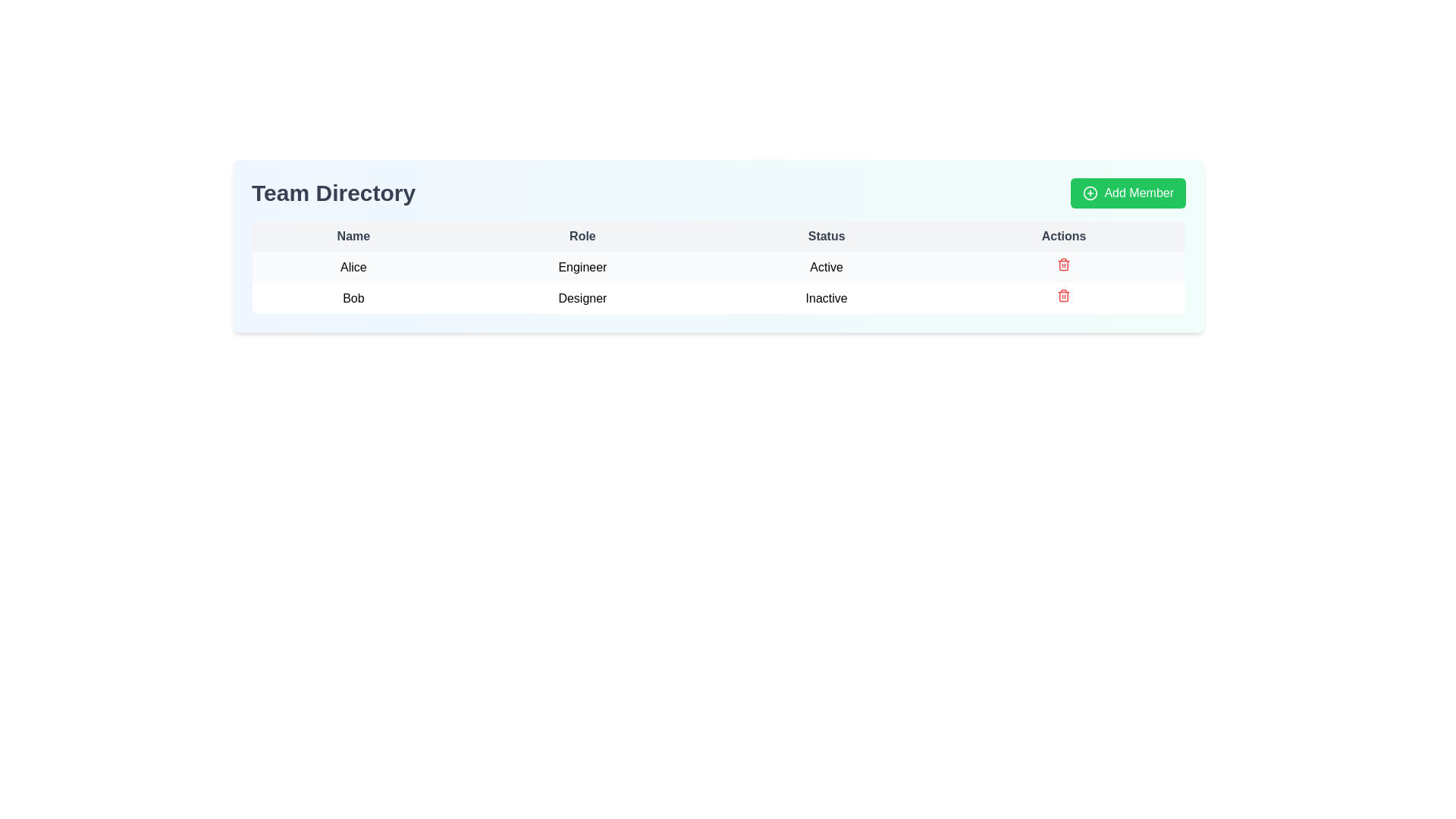 The image size is (1456, 819). I want to click on the text display element showing the name 'Alice' in the first row of the 'Team Directory' table, so click(353, 266).